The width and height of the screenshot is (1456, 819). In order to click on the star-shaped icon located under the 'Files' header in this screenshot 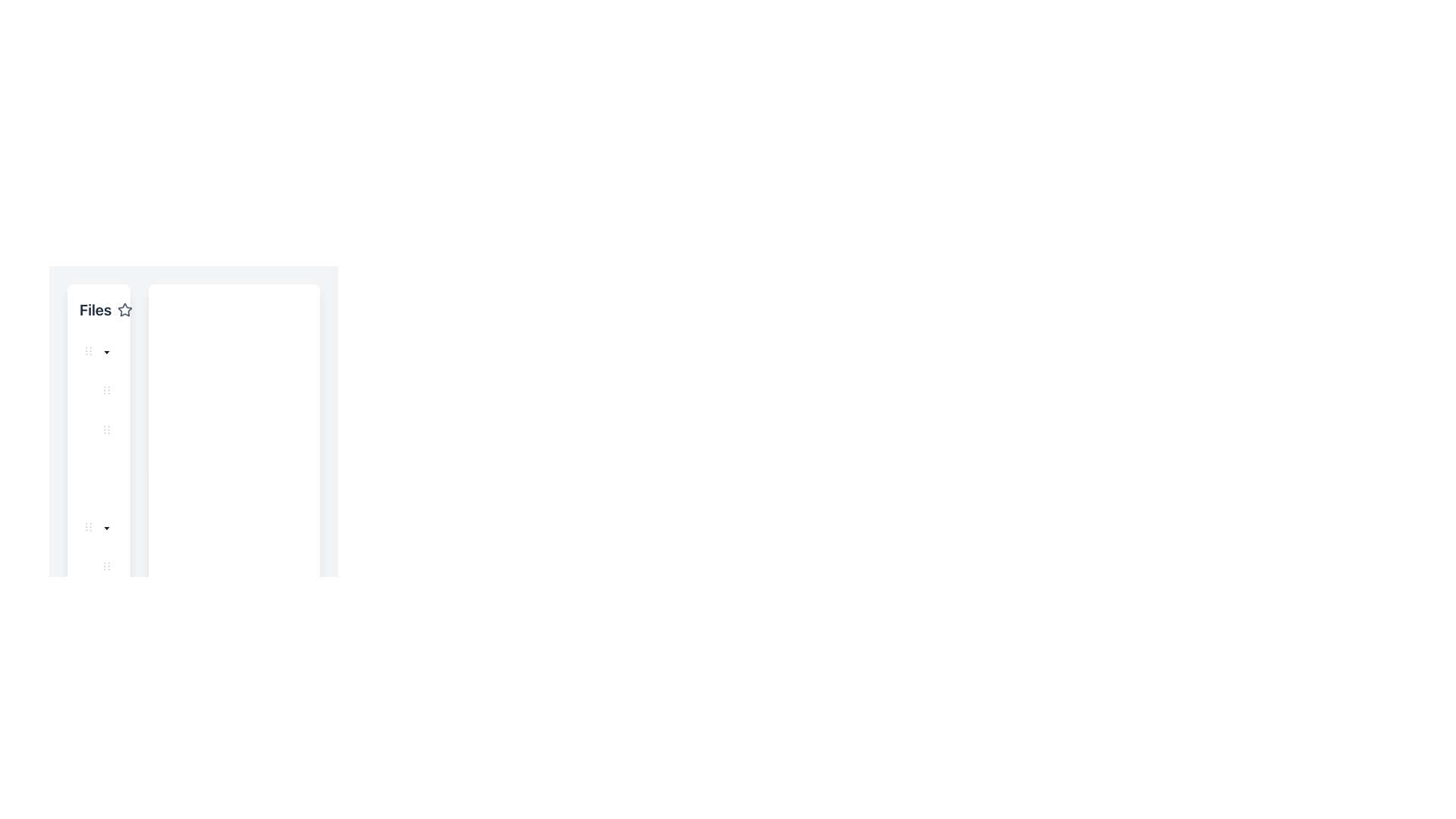, I will do `click(125, 309)`.